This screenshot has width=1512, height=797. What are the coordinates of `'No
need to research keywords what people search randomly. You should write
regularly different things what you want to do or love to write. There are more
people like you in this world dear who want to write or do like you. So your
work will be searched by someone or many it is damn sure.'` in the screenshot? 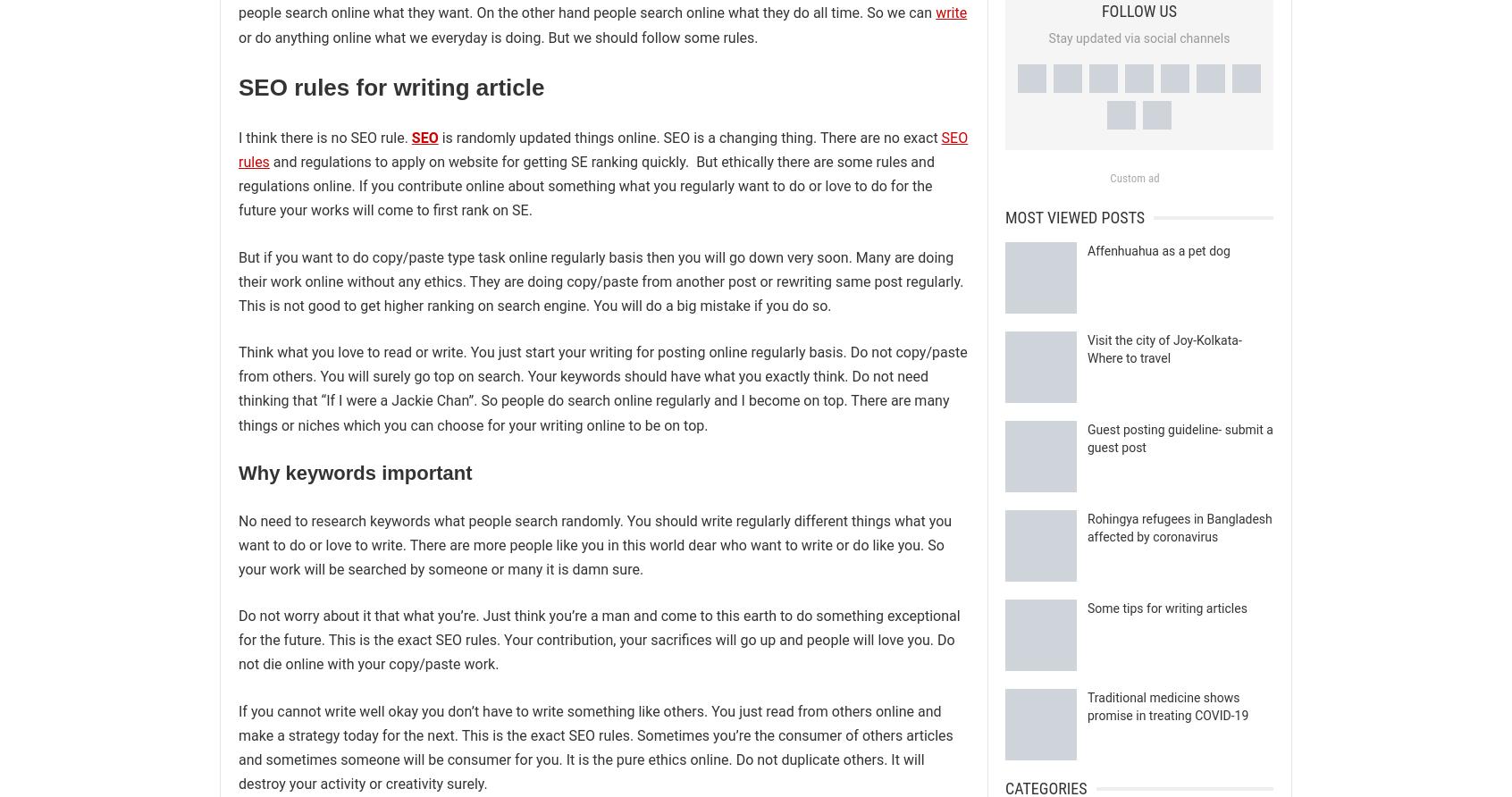 It's located at (594, 543).